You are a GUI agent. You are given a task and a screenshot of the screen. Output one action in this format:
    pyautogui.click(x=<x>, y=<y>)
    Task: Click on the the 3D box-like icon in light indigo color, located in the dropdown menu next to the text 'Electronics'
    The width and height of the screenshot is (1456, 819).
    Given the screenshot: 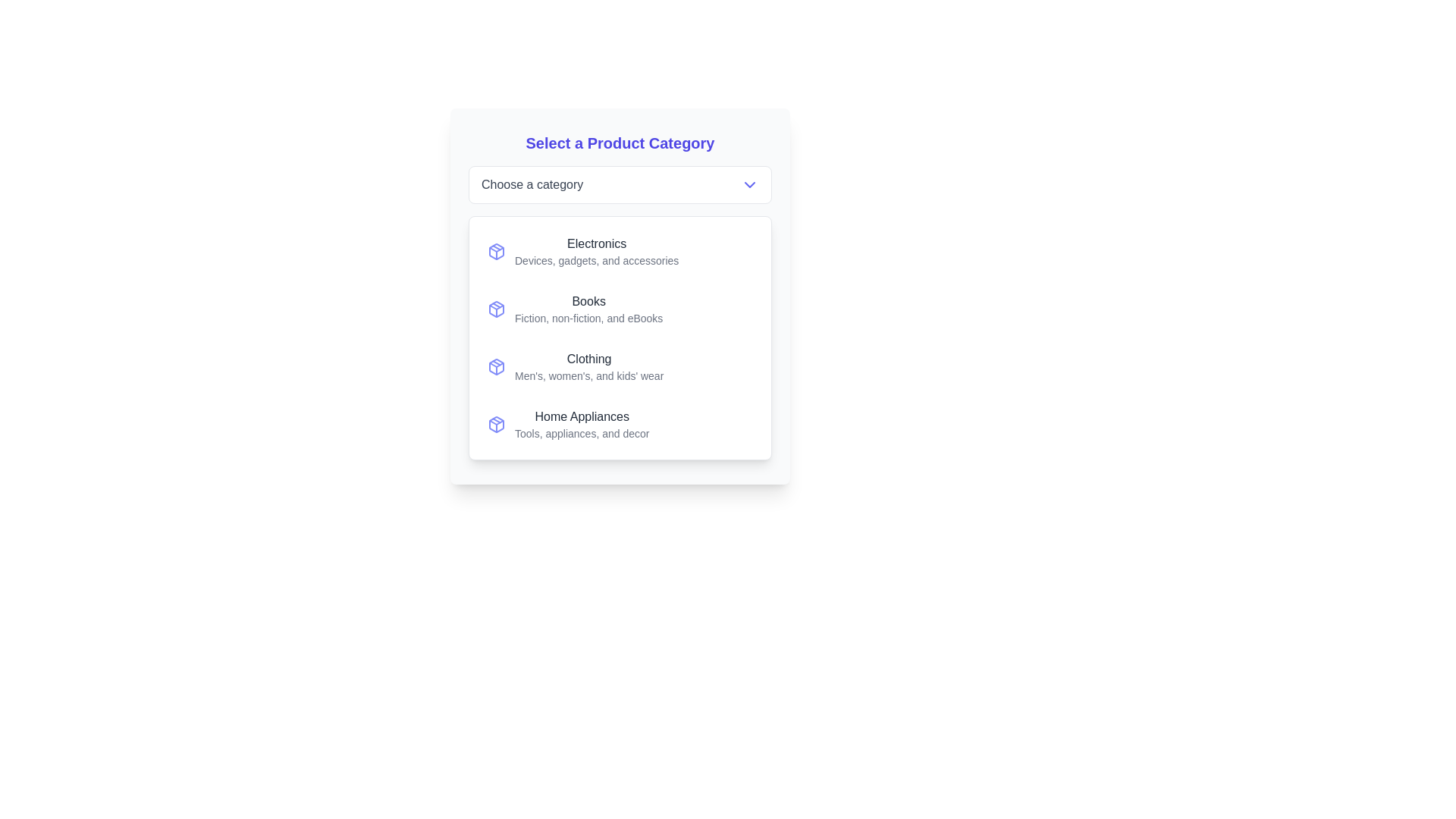 What is the action you would take?
    pyautogui.click(x=496, y=250)
    